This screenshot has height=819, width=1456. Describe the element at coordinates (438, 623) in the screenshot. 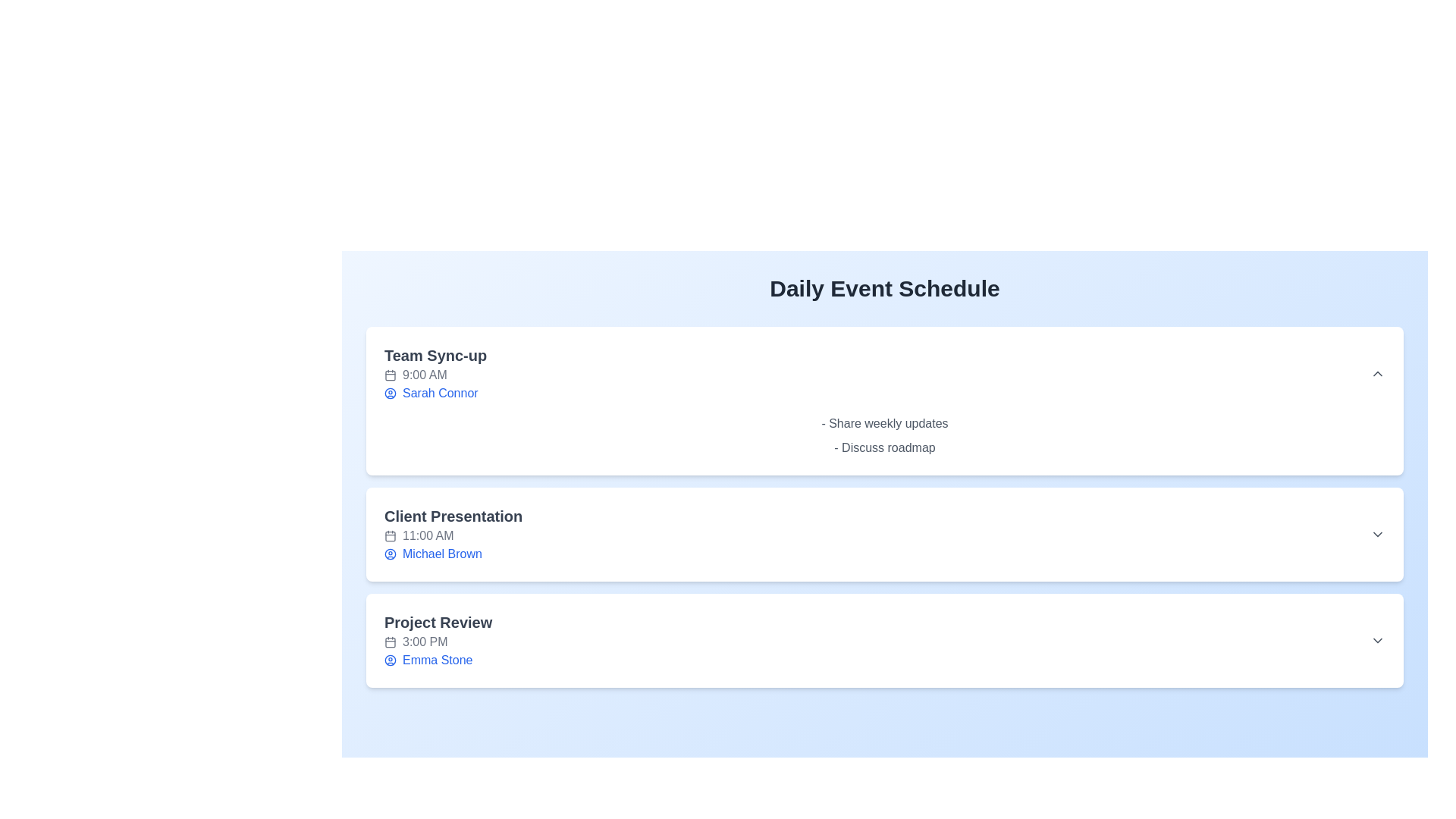

I see `the text label 'Project Review' which is prominently displayed at the top of a schedule item card` at that location.